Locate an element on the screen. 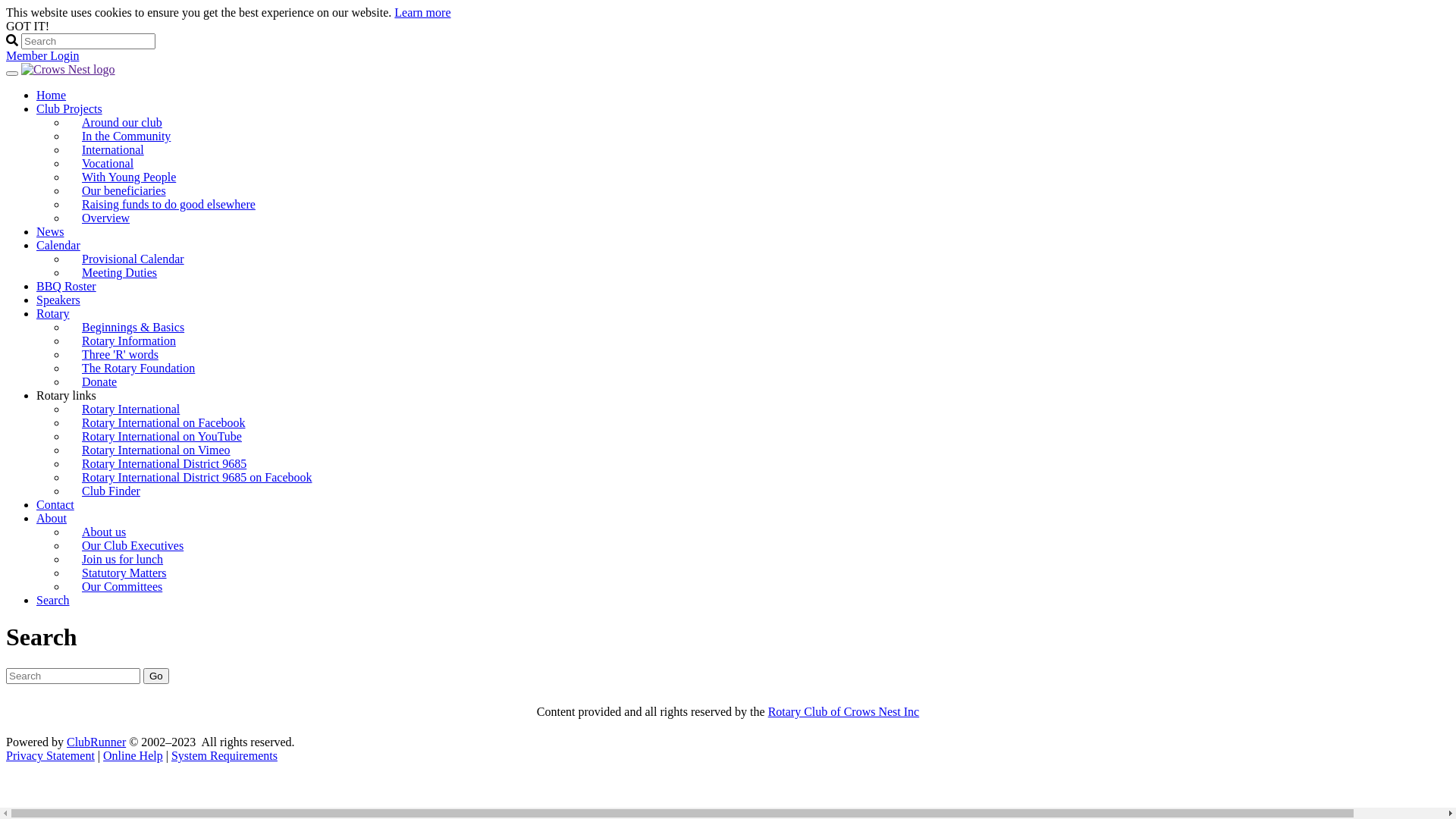  'Meeting Duties' is located at coordinates (118, 271).